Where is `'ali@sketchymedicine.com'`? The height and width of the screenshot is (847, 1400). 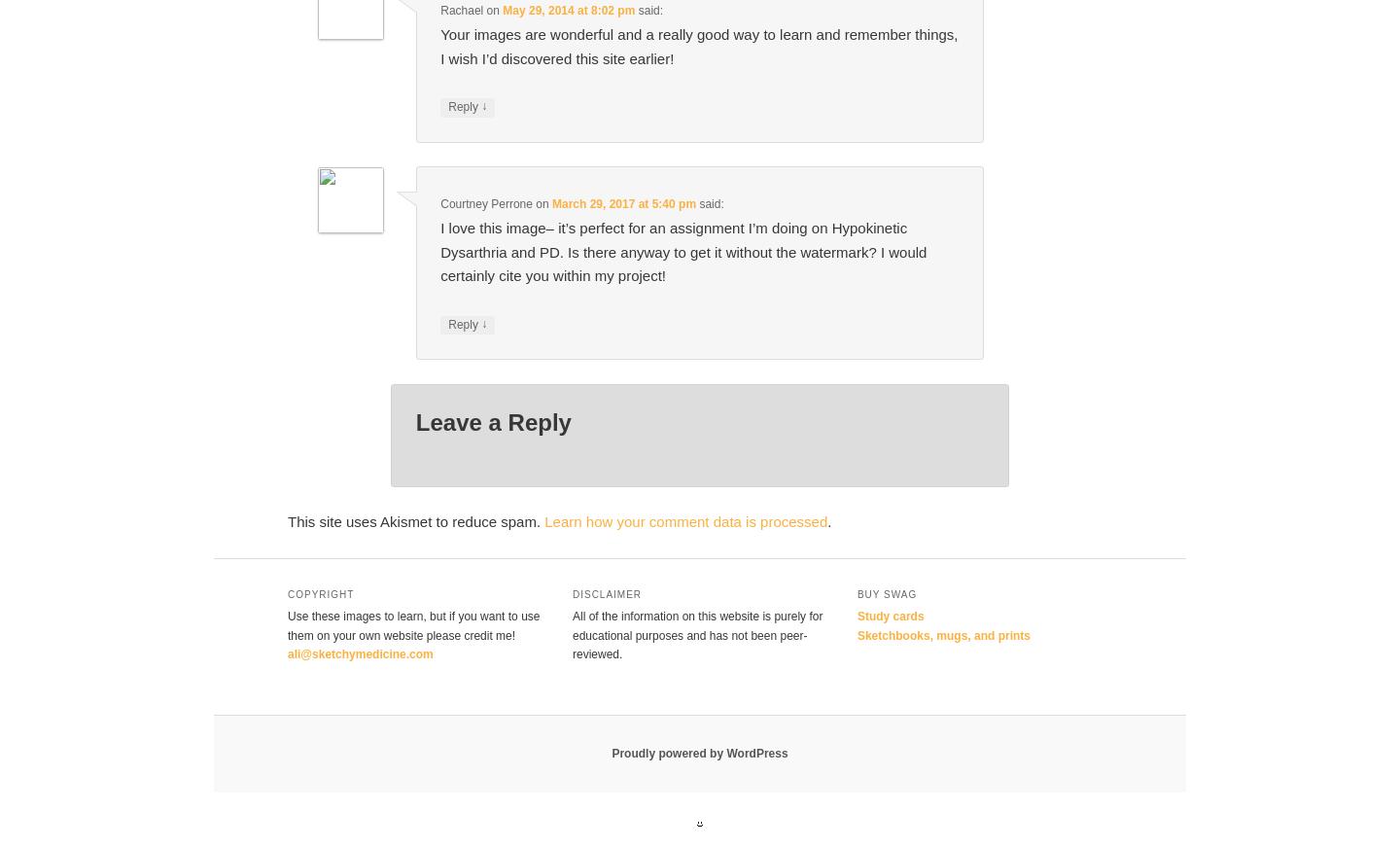 'ali@sketchymedicine.com' is located at coordinates (359, 653).